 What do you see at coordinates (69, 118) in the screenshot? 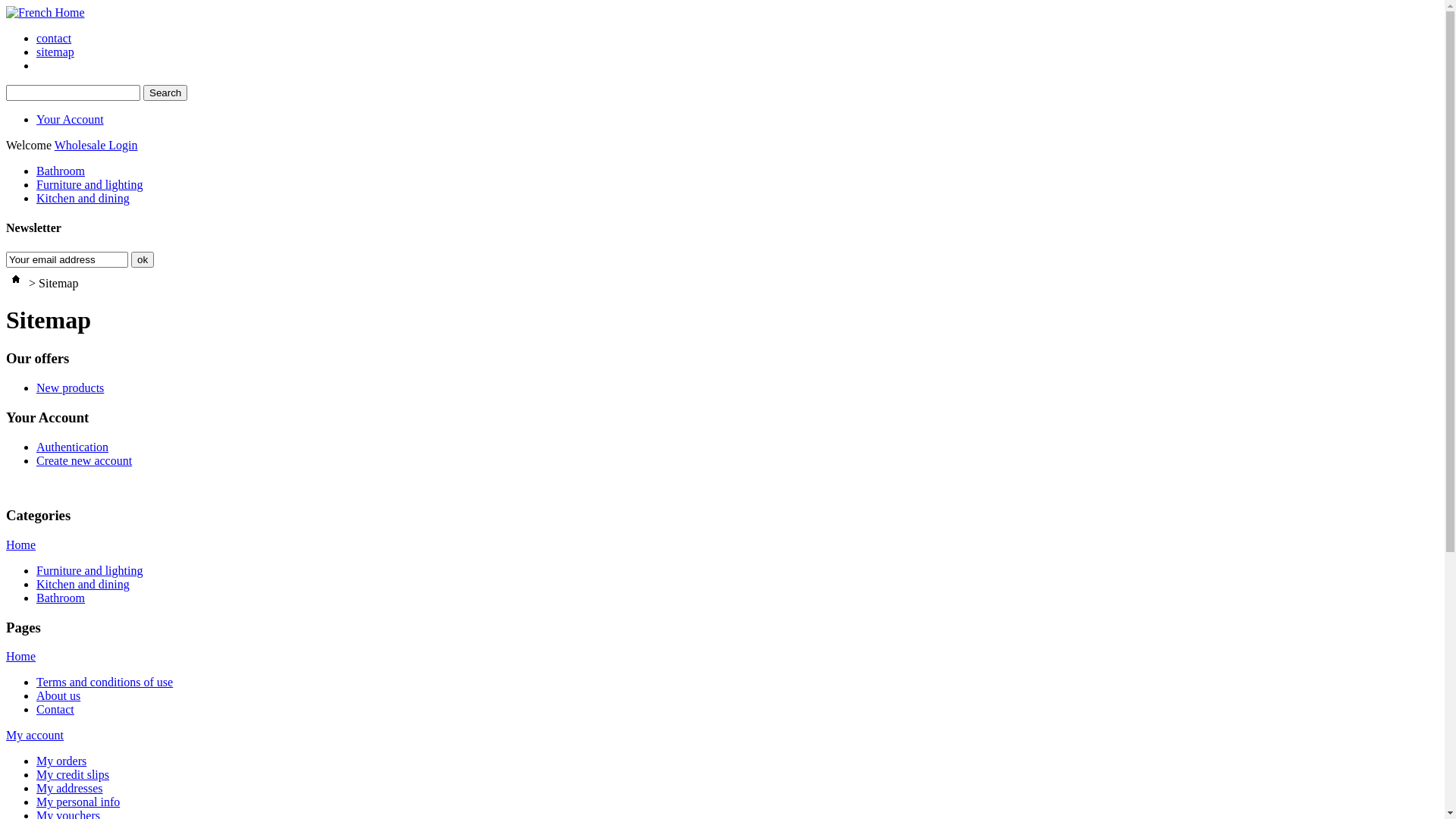
I see `'Your Account'` at bounding box center [69, 118].